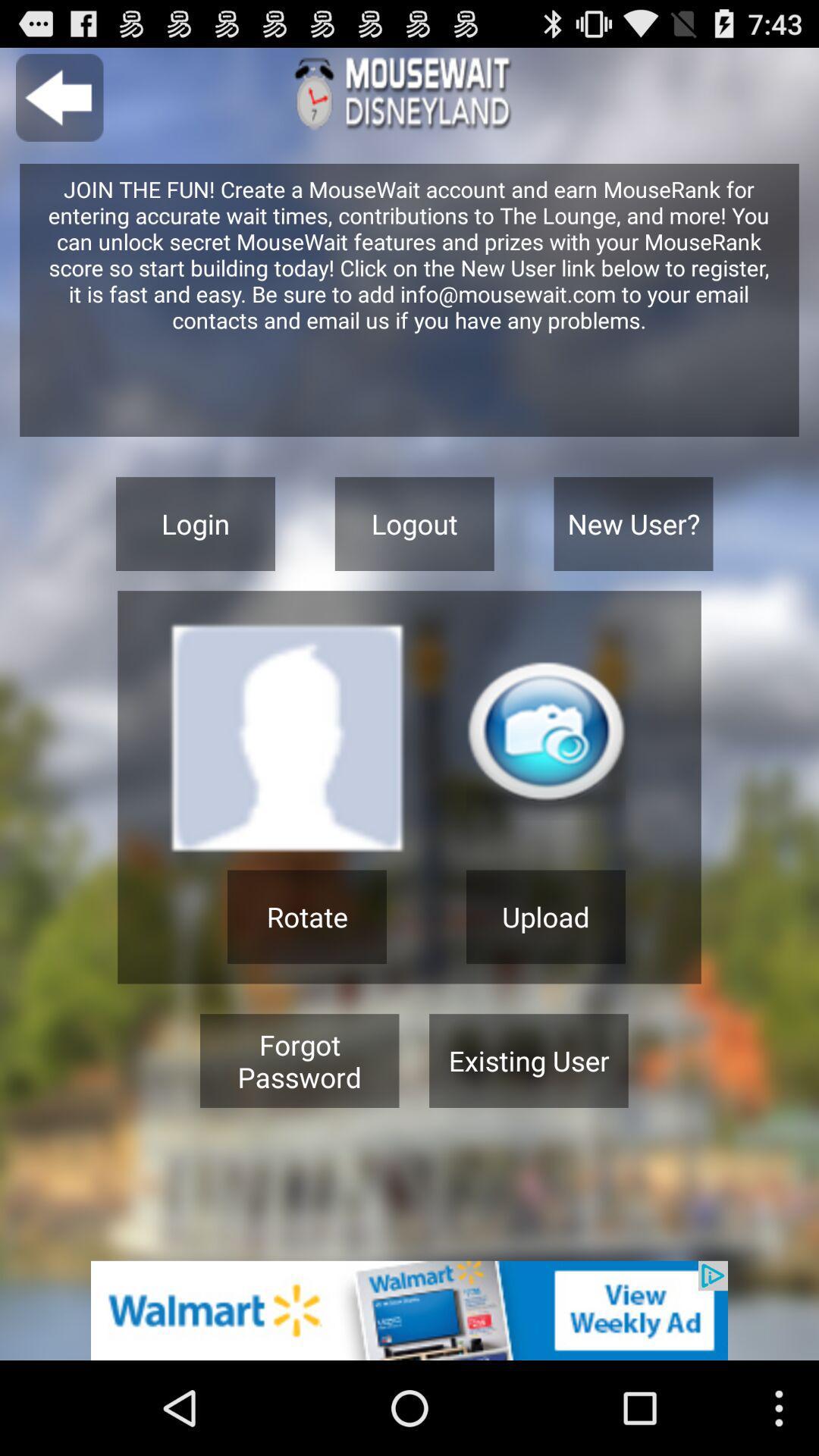 This screenshot has width=819, height=1456. I want to click on camera button, so click(546, 740).